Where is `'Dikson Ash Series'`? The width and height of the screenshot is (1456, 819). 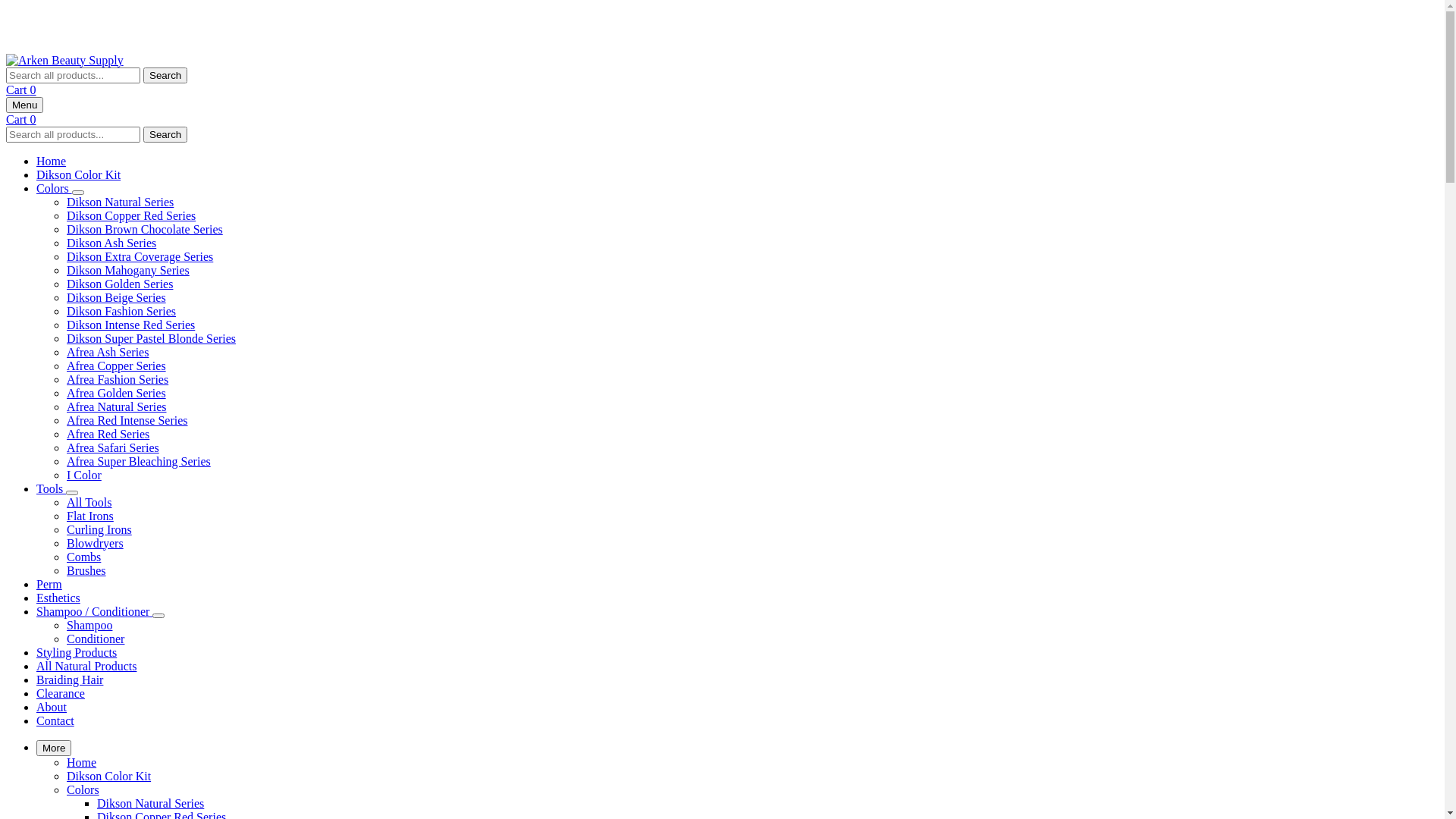
'Dikson Ash Series' is located at coordinates (111, 242).